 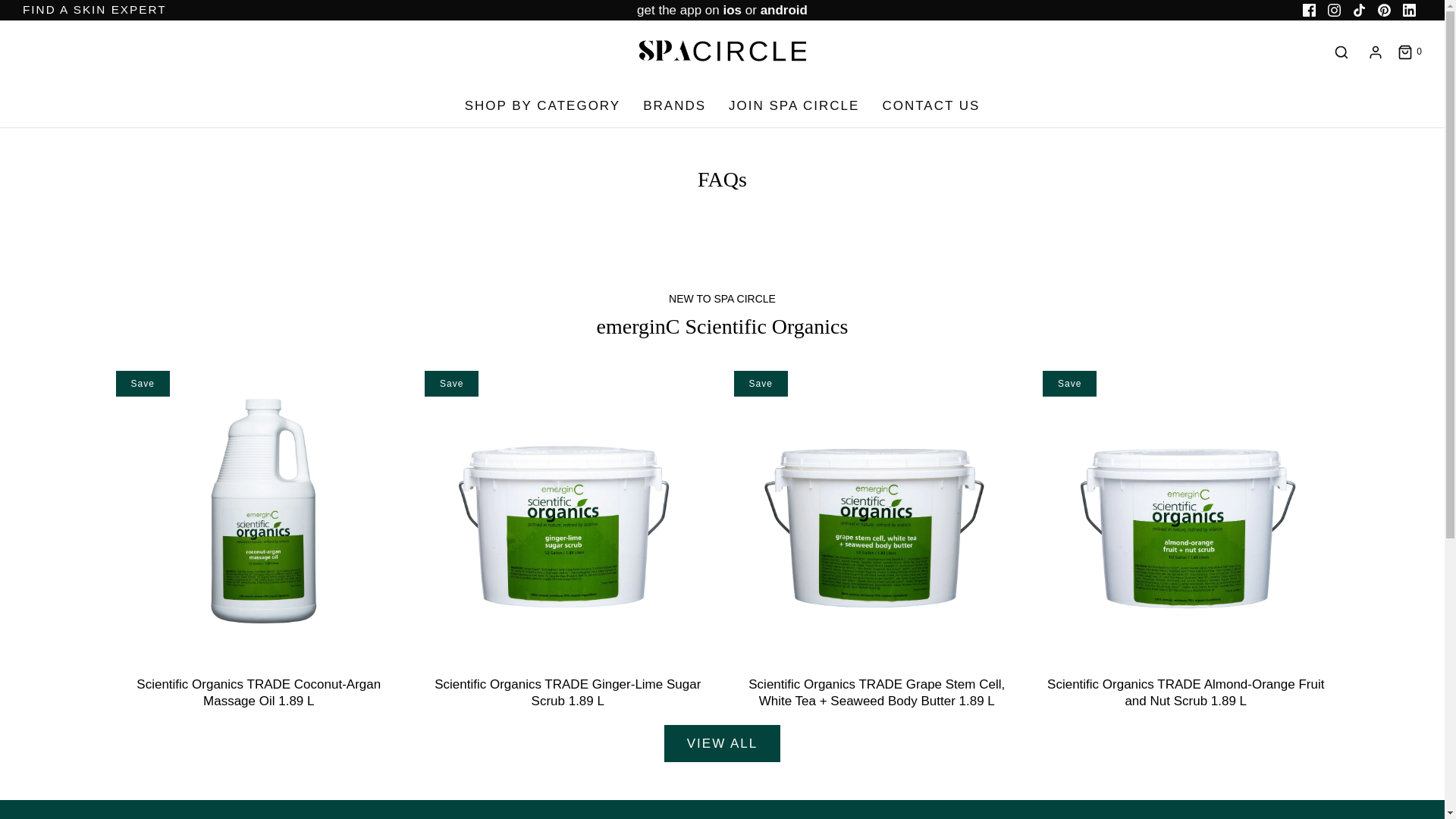 I want to click on 'CONTACT US', so click(x=930, y=105).